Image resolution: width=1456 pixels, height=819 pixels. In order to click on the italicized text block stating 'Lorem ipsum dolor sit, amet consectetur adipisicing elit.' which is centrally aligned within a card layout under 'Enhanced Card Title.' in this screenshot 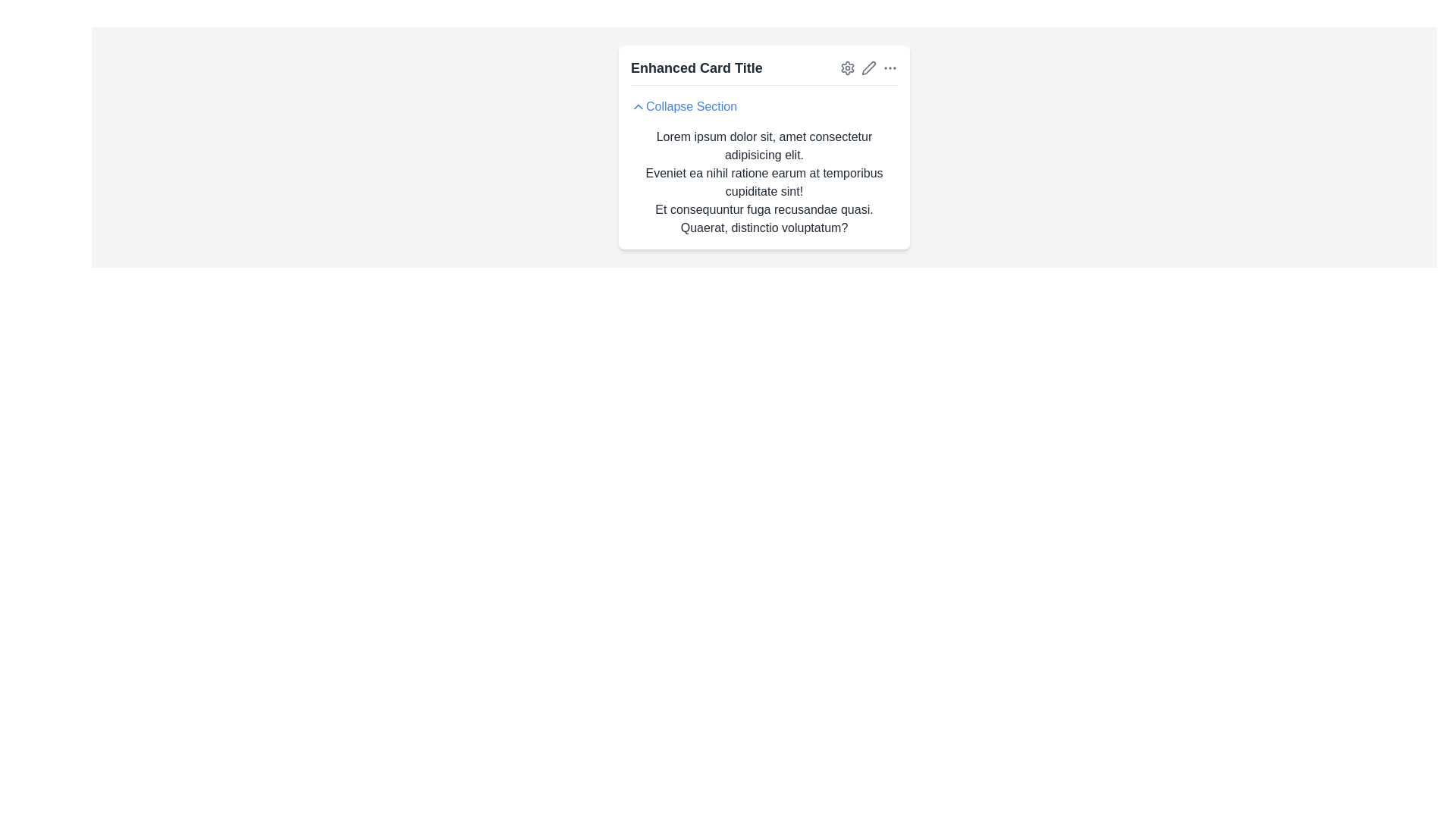, I will do `click(764, 146)`.